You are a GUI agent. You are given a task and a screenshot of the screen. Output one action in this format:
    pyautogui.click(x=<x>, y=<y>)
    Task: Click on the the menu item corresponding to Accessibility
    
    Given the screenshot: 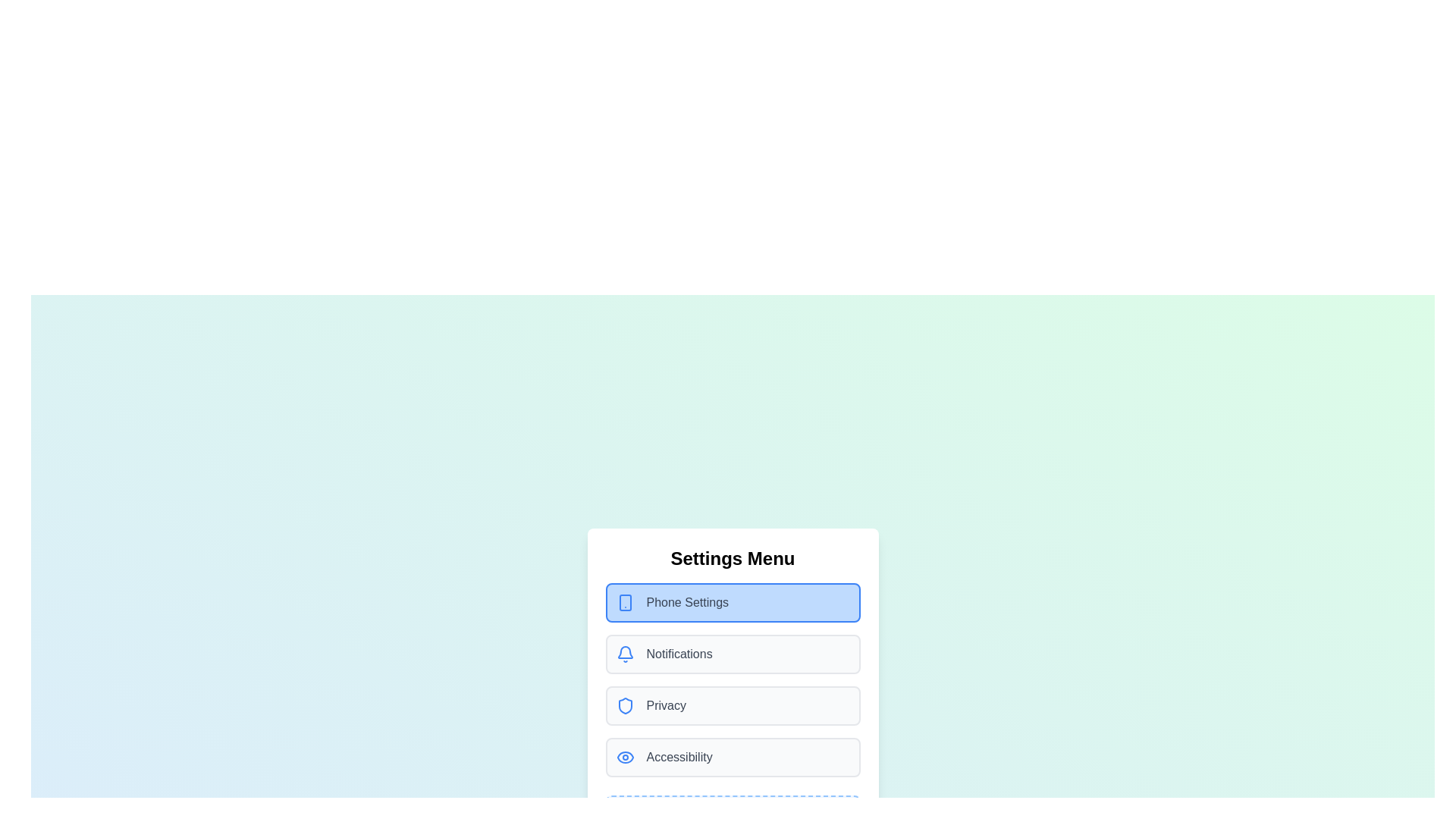 What is the action you would take?
    pyautogui.click(x=733, y=758)
    